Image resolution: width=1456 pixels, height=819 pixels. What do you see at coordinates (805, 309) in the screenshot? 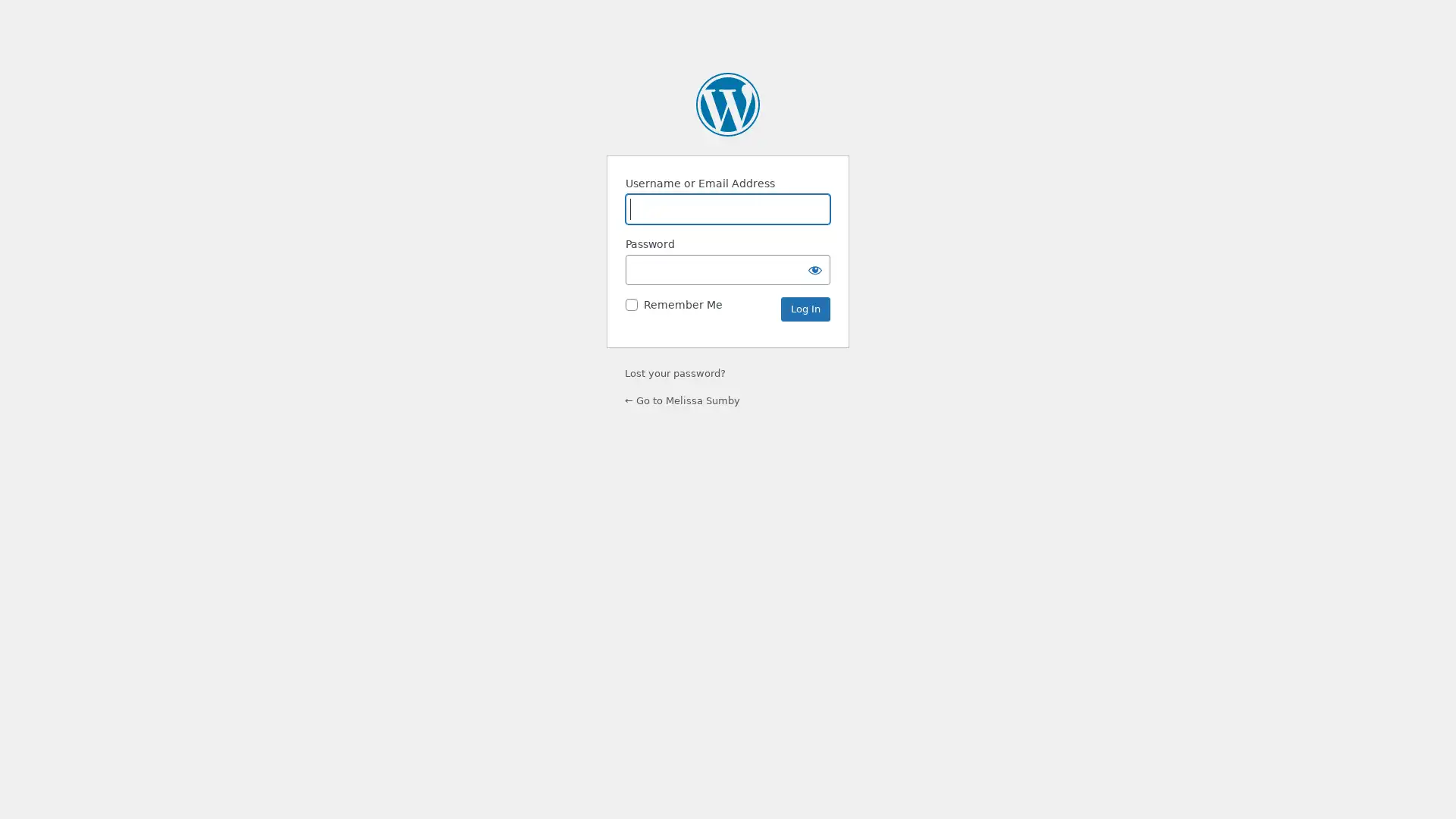
I see `Log In` at bounding box center [805, 309].